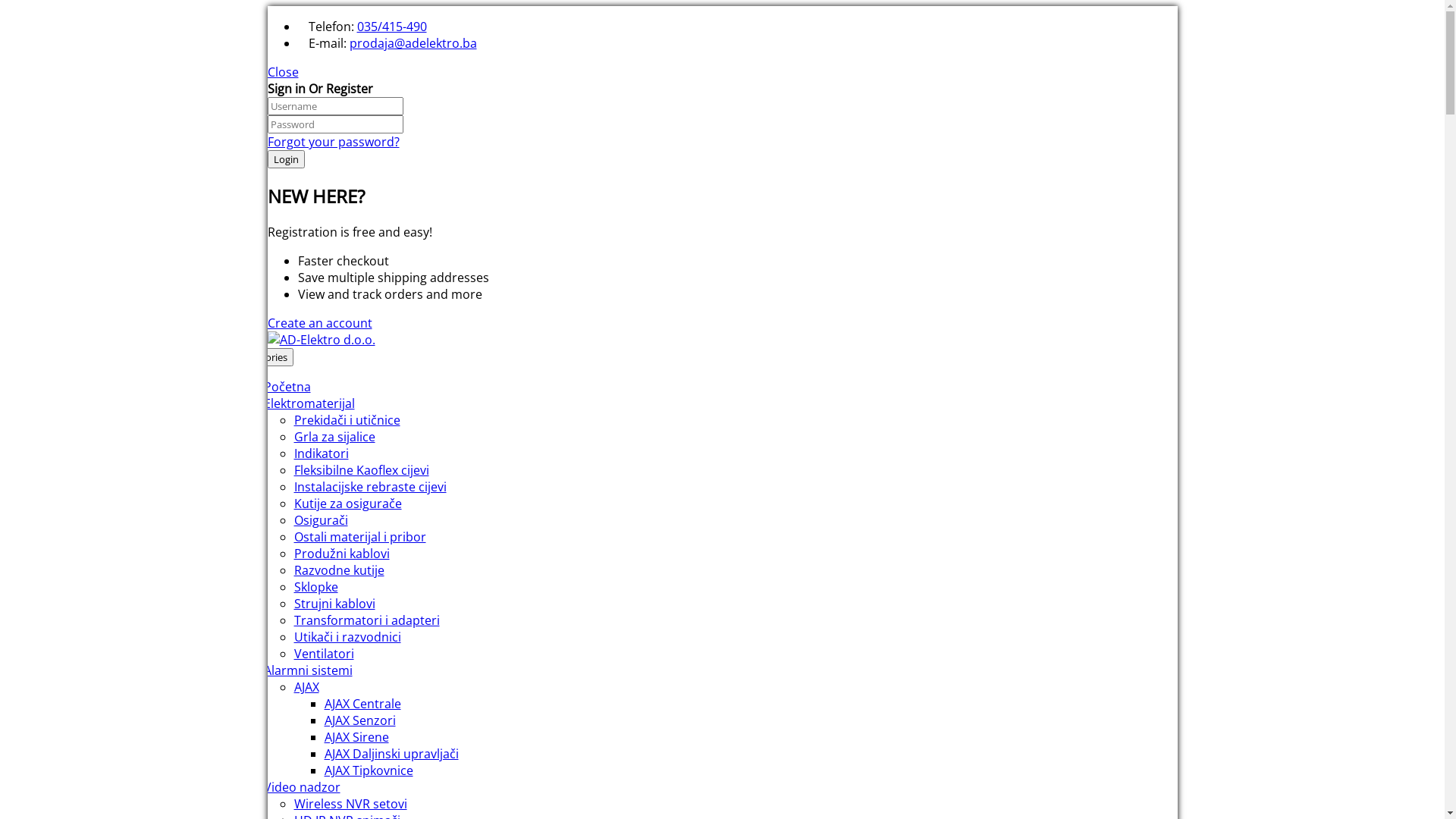 The width and height of the screenshot is (1456, 819). I want to click on 'Wireless NVR setovi', so click(350, 803).